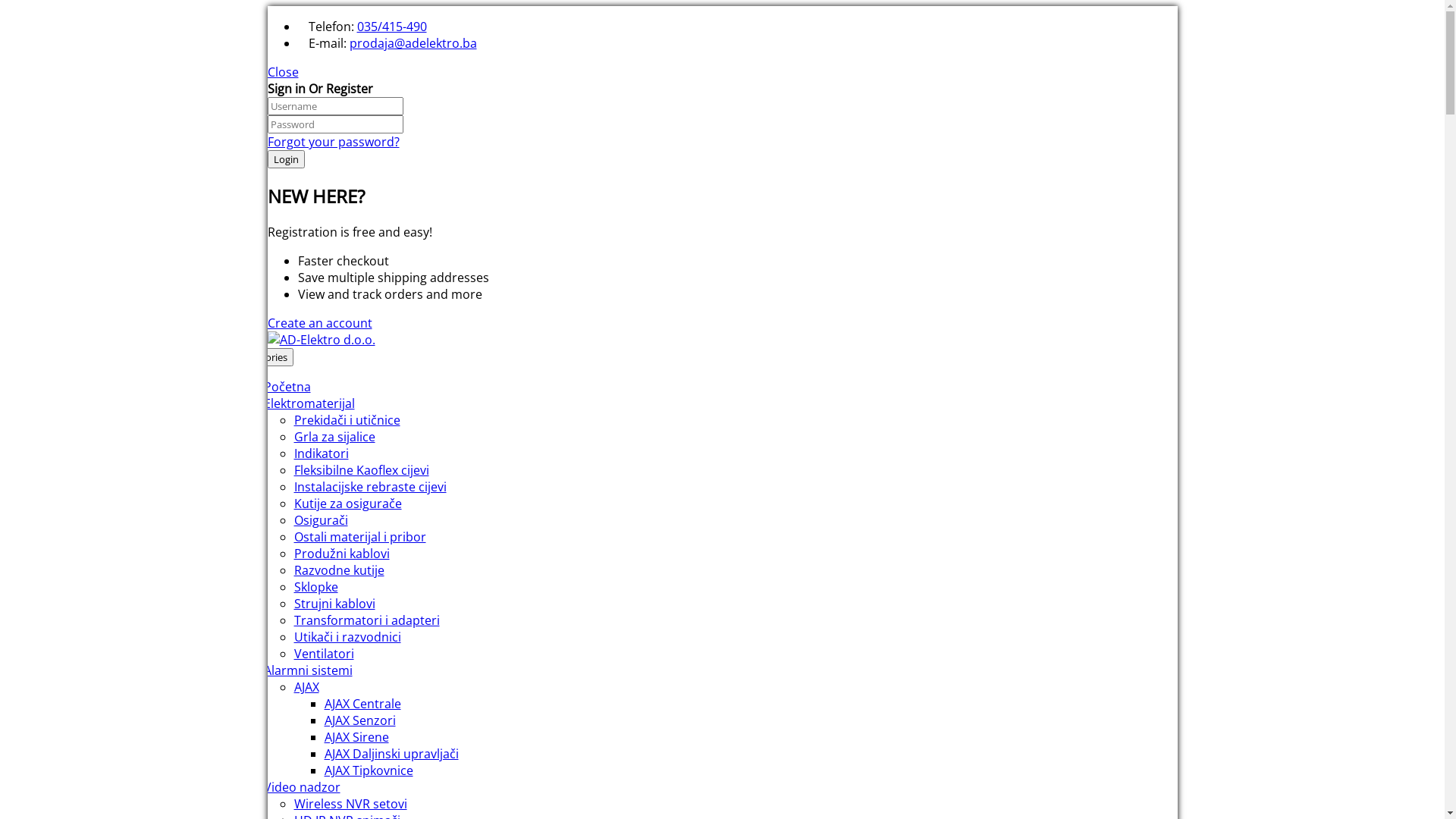 The width and height of the screenshot is (1456, 819). I want to click on 'Wireless NVR setovi', so click(350, 803).